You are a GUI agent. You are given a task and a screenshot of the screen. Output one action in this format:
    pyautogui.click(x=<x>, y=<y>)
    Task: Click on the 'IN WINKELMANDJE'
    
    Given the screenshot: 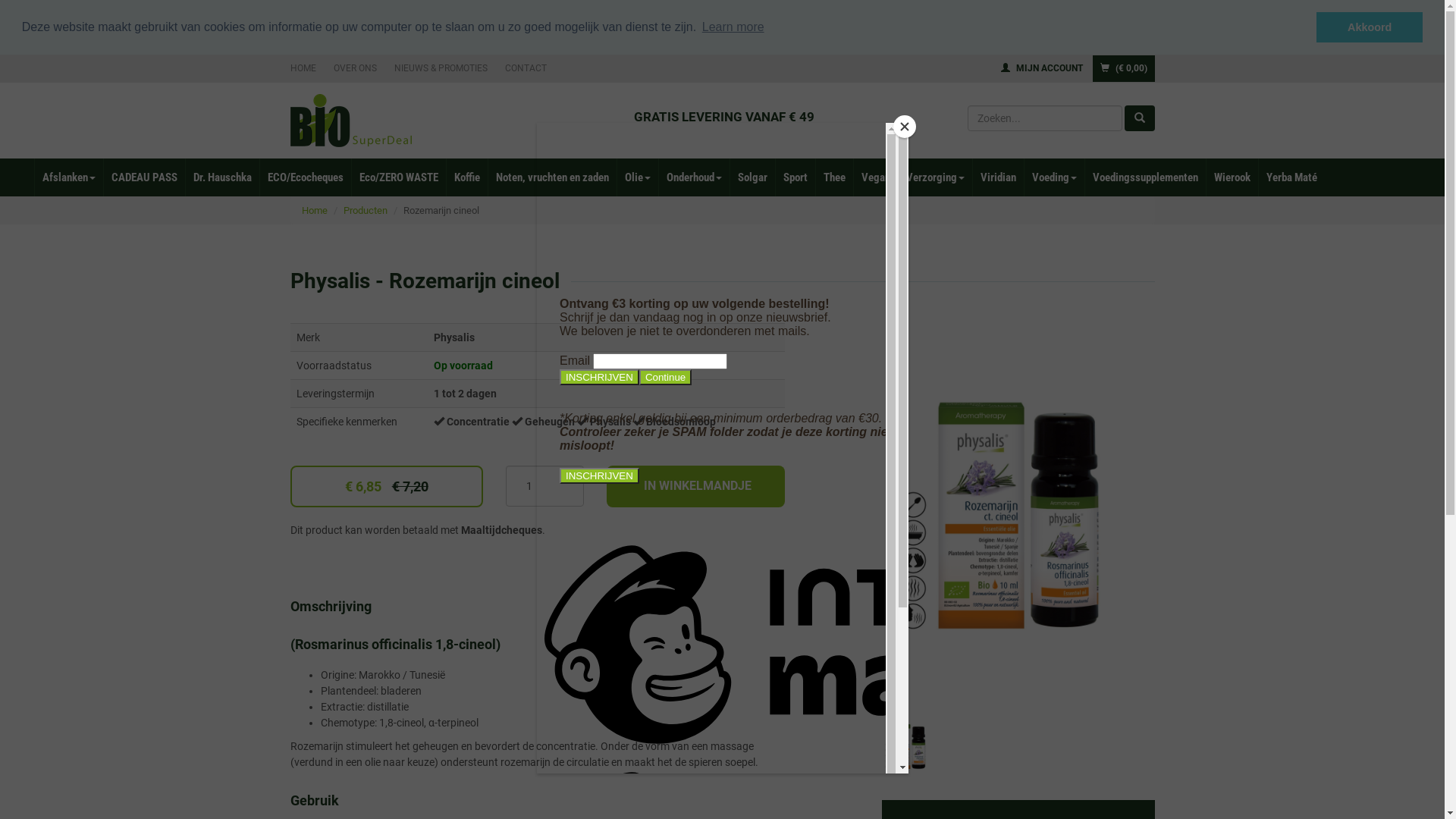 What is the action you would take?
    pyautogui.click(x=695, y=486)
    